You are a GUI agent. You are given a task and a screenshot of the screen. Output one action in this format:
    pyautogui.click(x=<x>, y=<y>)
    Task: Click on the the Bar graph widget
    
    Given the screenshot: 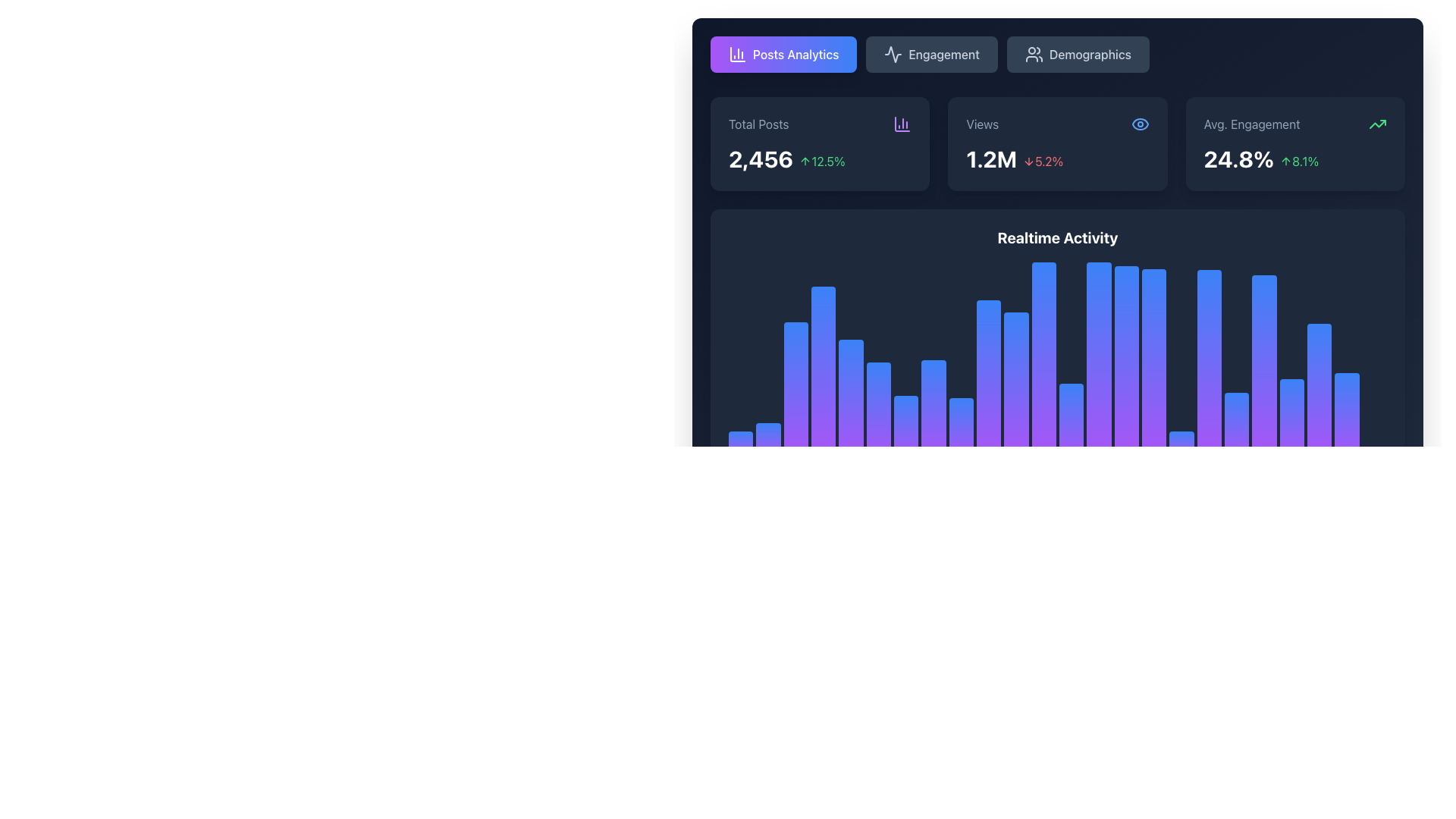 What is the action you would take?
    pyautogui.click(x=1057, y=357)
    